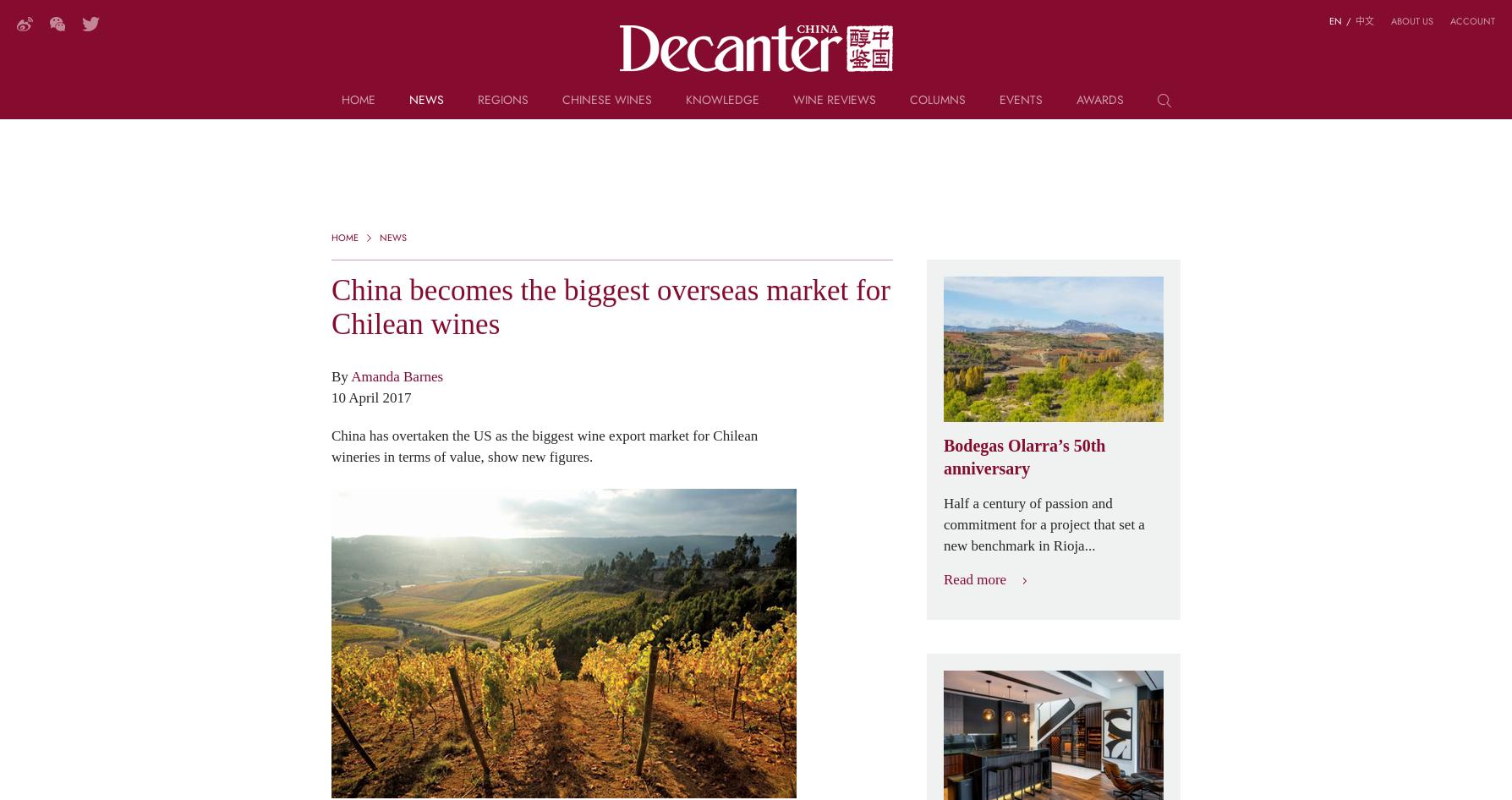 The image size is (1512, 800). I want to click on 'News', so click(425, 98).